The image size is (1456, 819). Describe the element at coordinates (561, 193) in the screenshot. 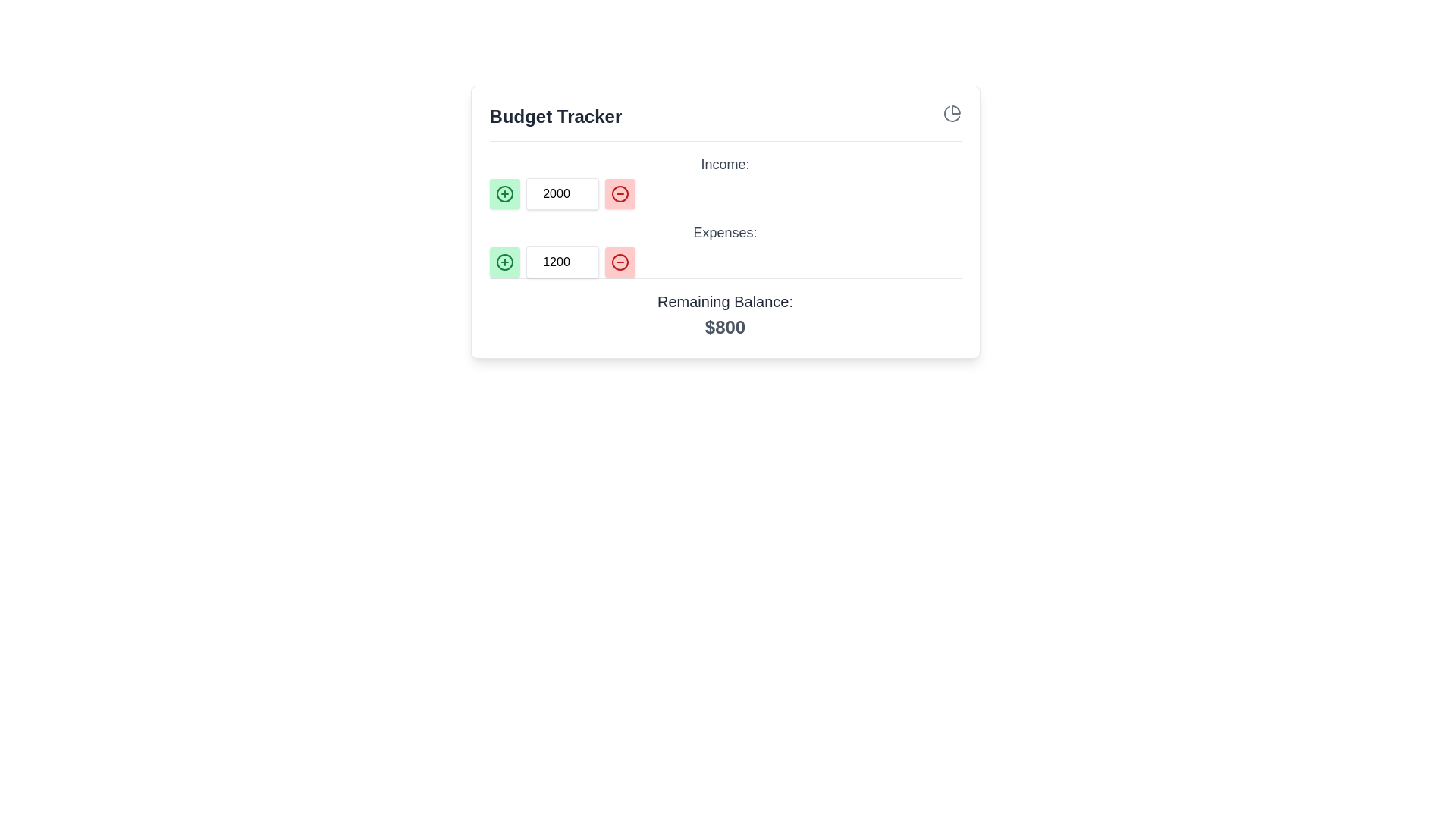

I see `the number input field displaying the value '2000' to focus on it` at that location.